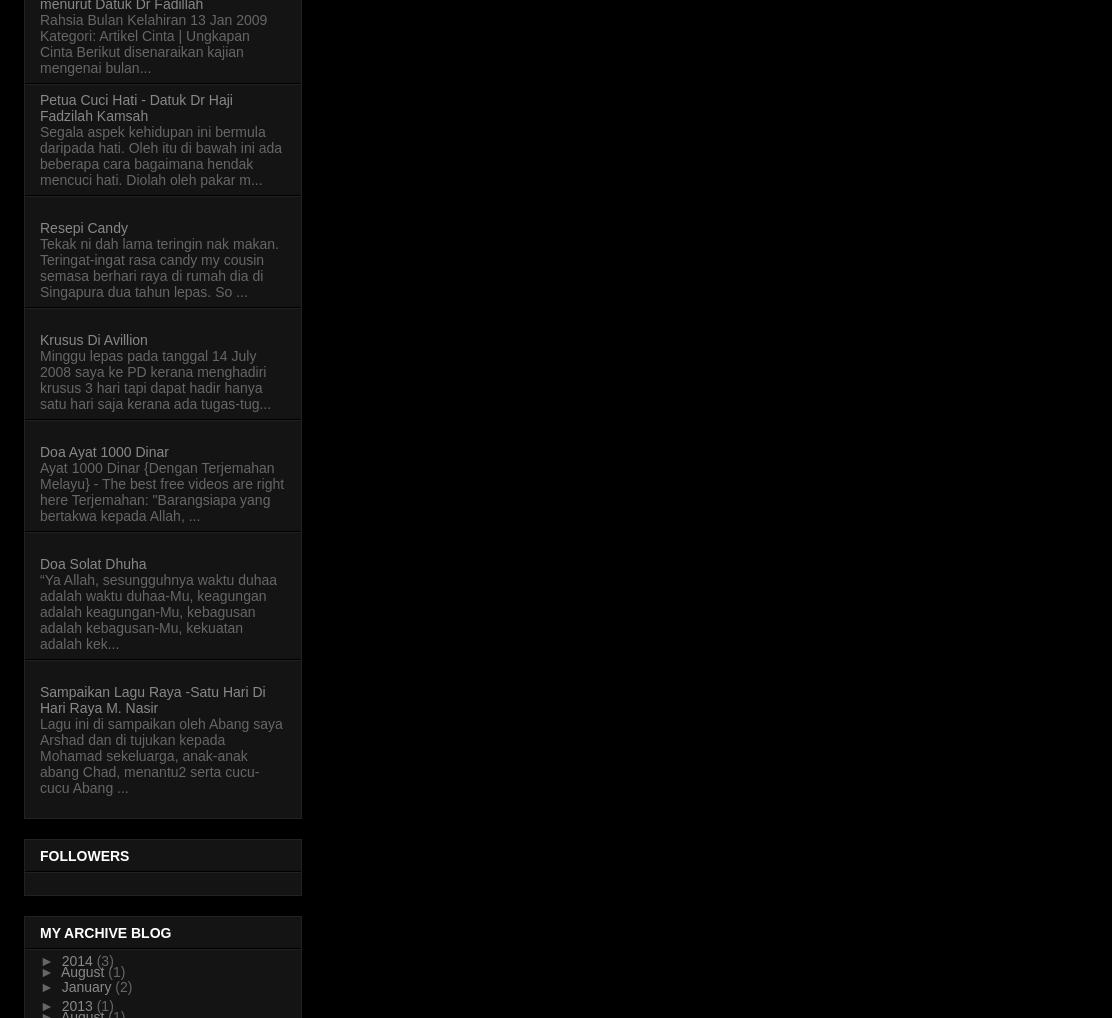 This screenshot has height=1018, width=1112. Describe the element at coordinates (158, 610) in the screenshot. I see `'“Ya Allah, sesungguhnya waktu duhaa adalah waktu duhaa-Mu, keagungan adalah keagungan-Mu, kebagusan adalah kebagusan-Mu, kekuatan adalah kek...'` at that location.